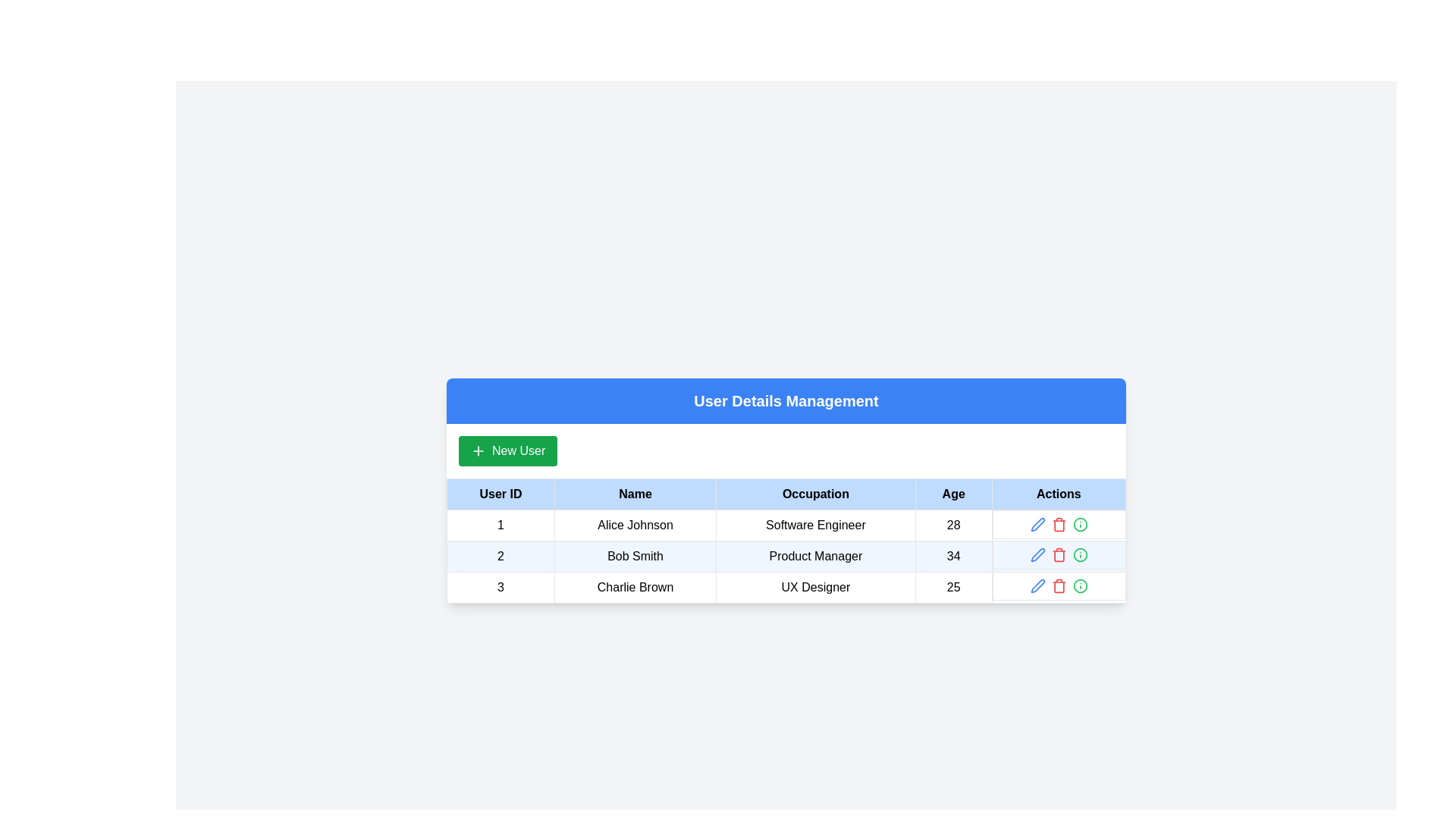 The width and height of the screenshot is (1456, 819). Describe the element at coordinates (500, 524) in the screenshot. I see `the table cell displaying '1' in the first row and first column of the 'User Details Management' layout` at that location.